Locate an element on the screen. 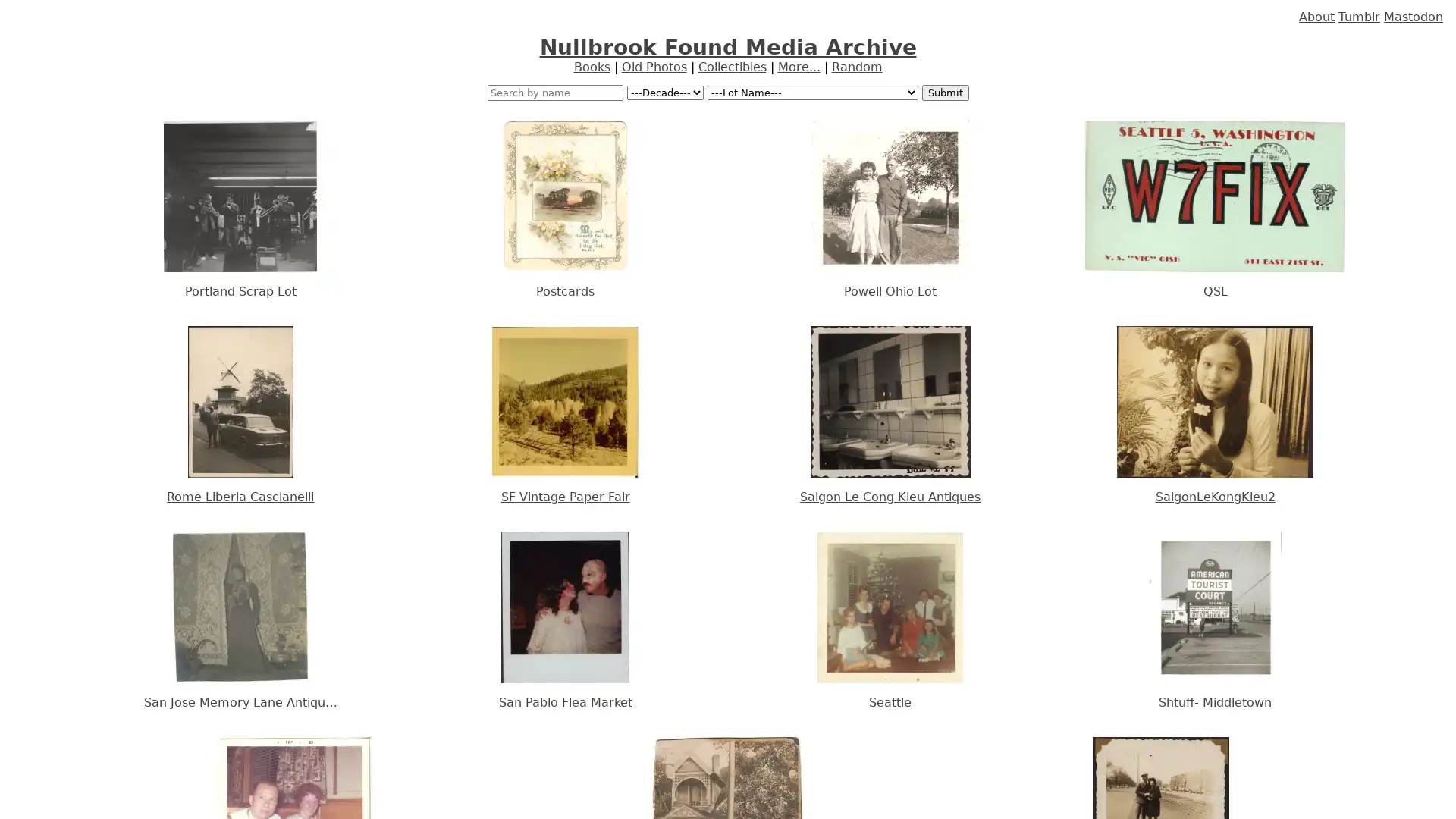 The image size is (1456, 819). Submit is located at coordinates (944, 93).